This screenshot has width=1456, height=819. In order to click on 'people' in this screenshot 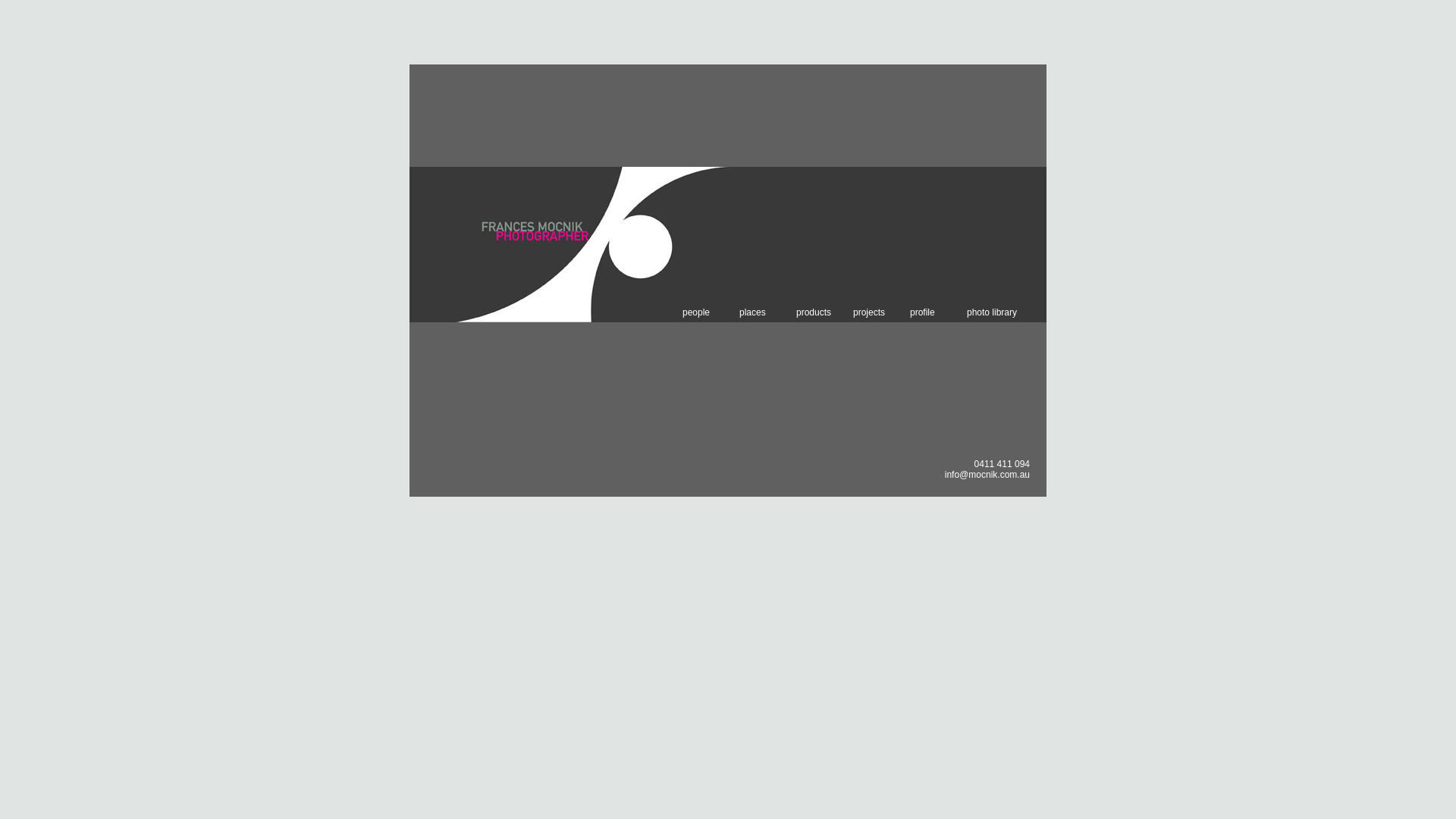, I will do `click(710, 312)`.